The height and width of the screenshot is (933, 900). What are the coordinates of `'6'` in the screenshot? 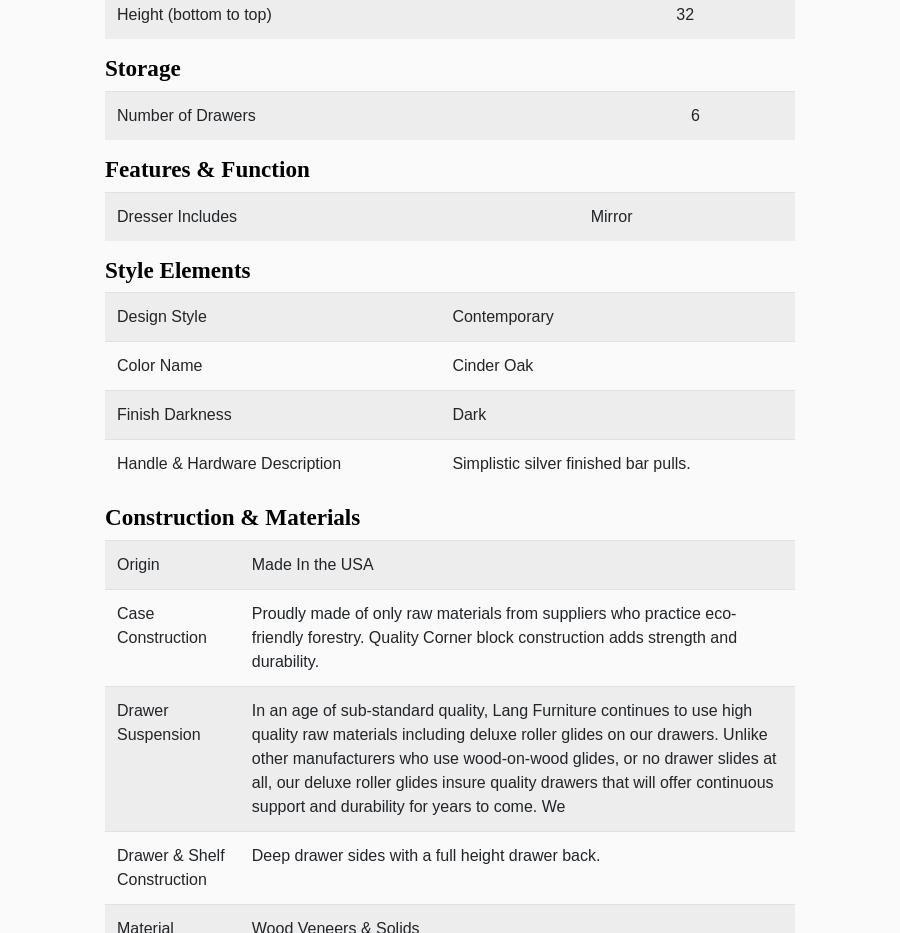 It's located at (693, 113).